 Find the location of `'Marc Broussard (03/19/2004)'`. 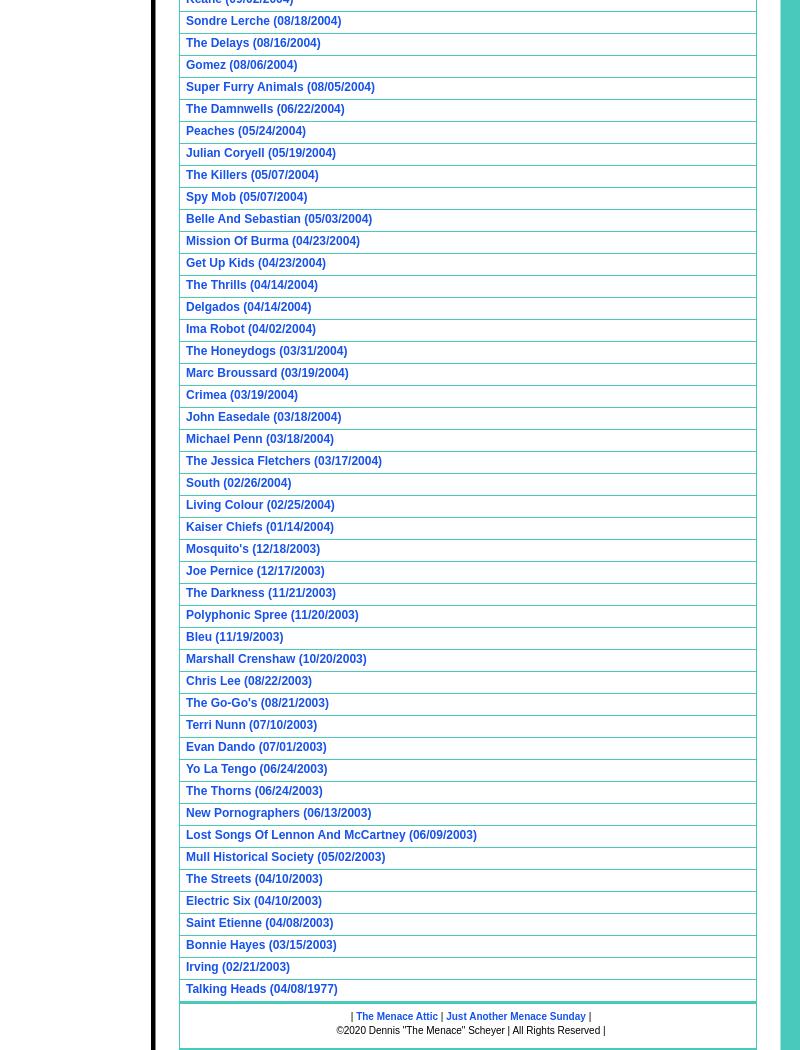

'Marc Broussard (03/19/2004)' is located at coordinates (265, 371).